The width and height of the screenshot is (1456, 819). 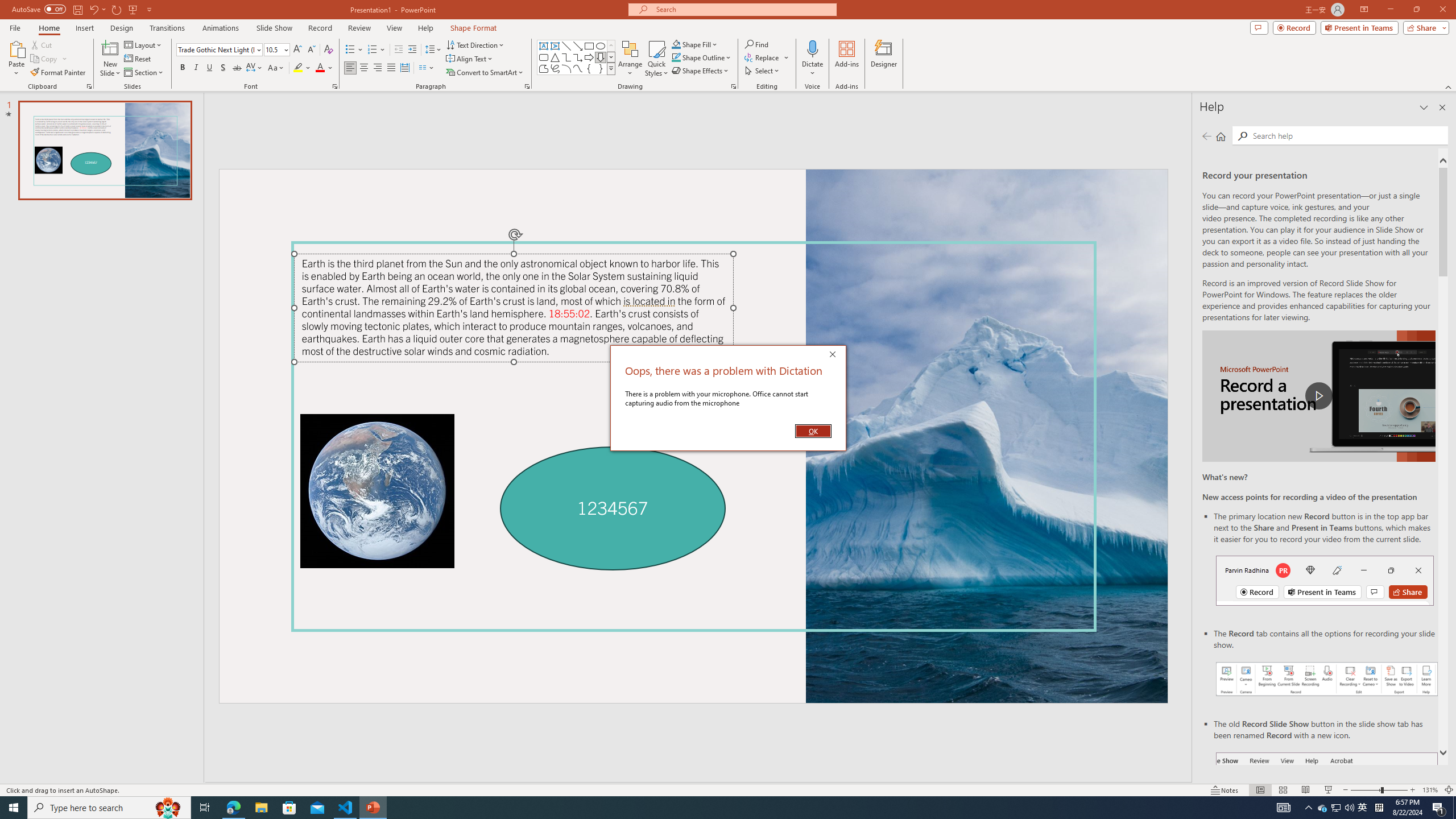 What do you see at coordinates (301, 67) in the screenshot?
I see `'Text Highlight Color'` at bounding box center [301, 67].